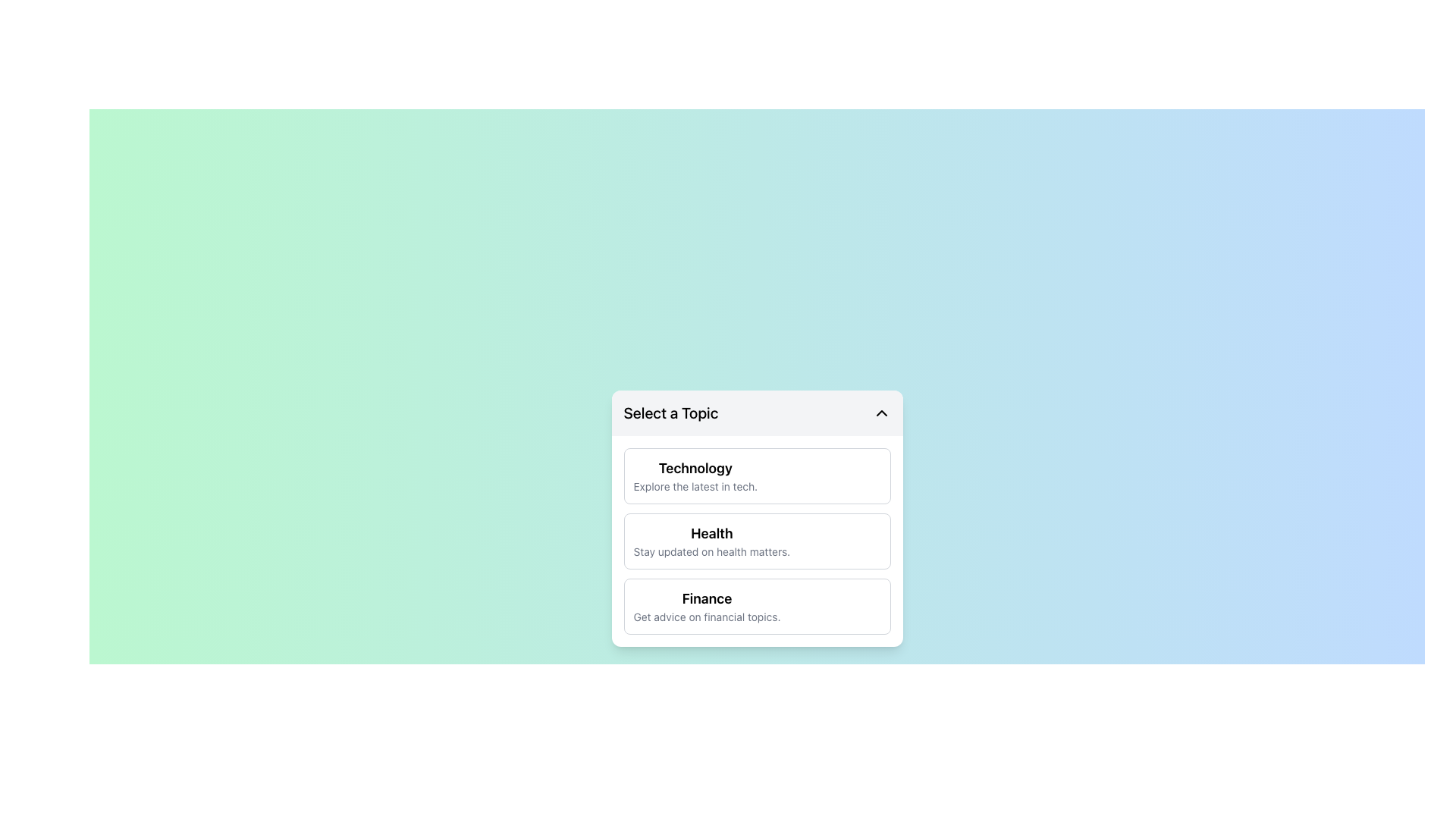 The width and height of the screenshot is (1456, 819). I want to click on the second item in the 'Select a Topic' dropdown list, so click(757, 517).